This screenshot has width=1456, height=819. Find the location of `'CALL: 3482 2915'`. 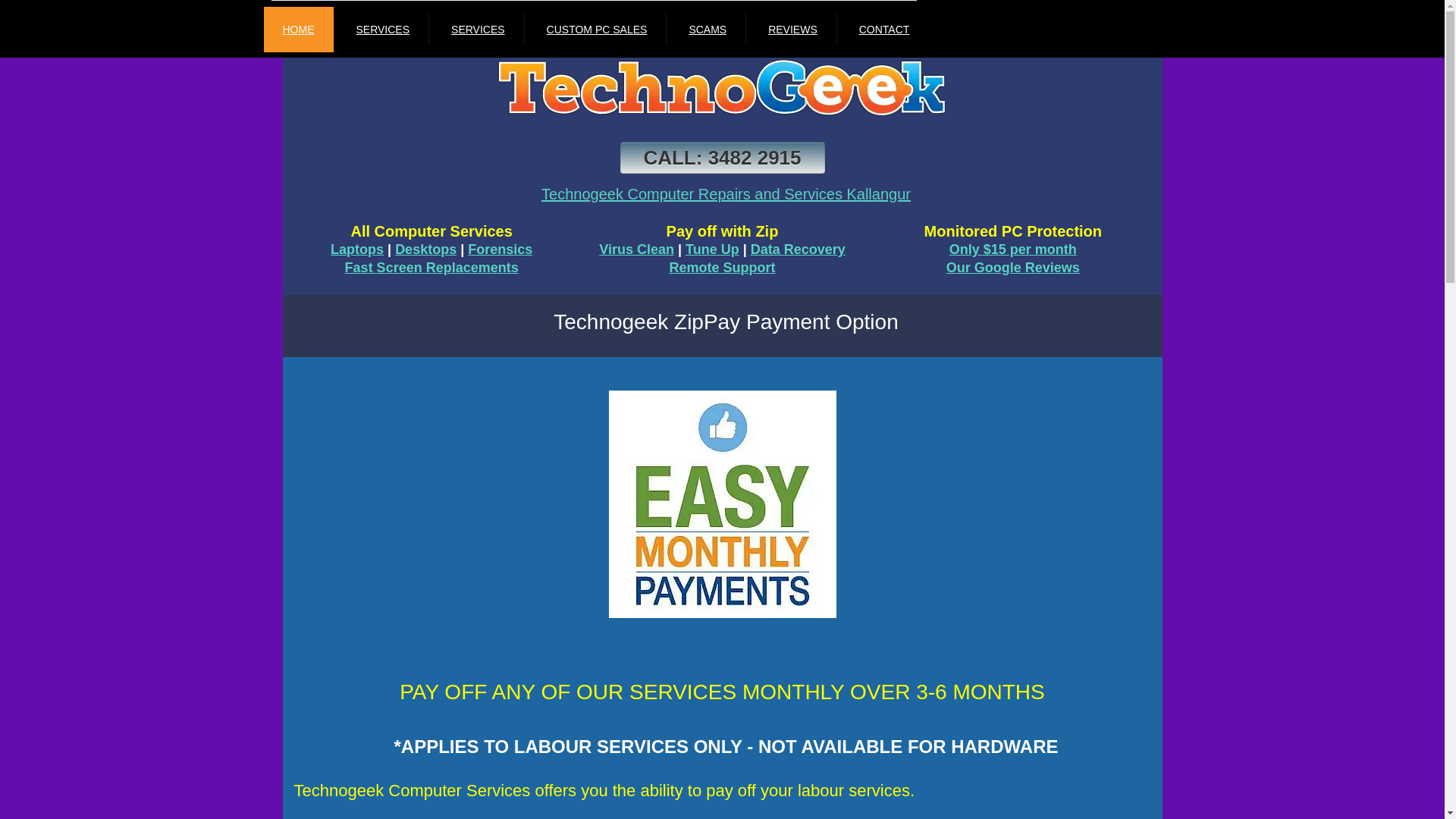

'CALL: 3482 2915' is located at coordinates (722, 158).